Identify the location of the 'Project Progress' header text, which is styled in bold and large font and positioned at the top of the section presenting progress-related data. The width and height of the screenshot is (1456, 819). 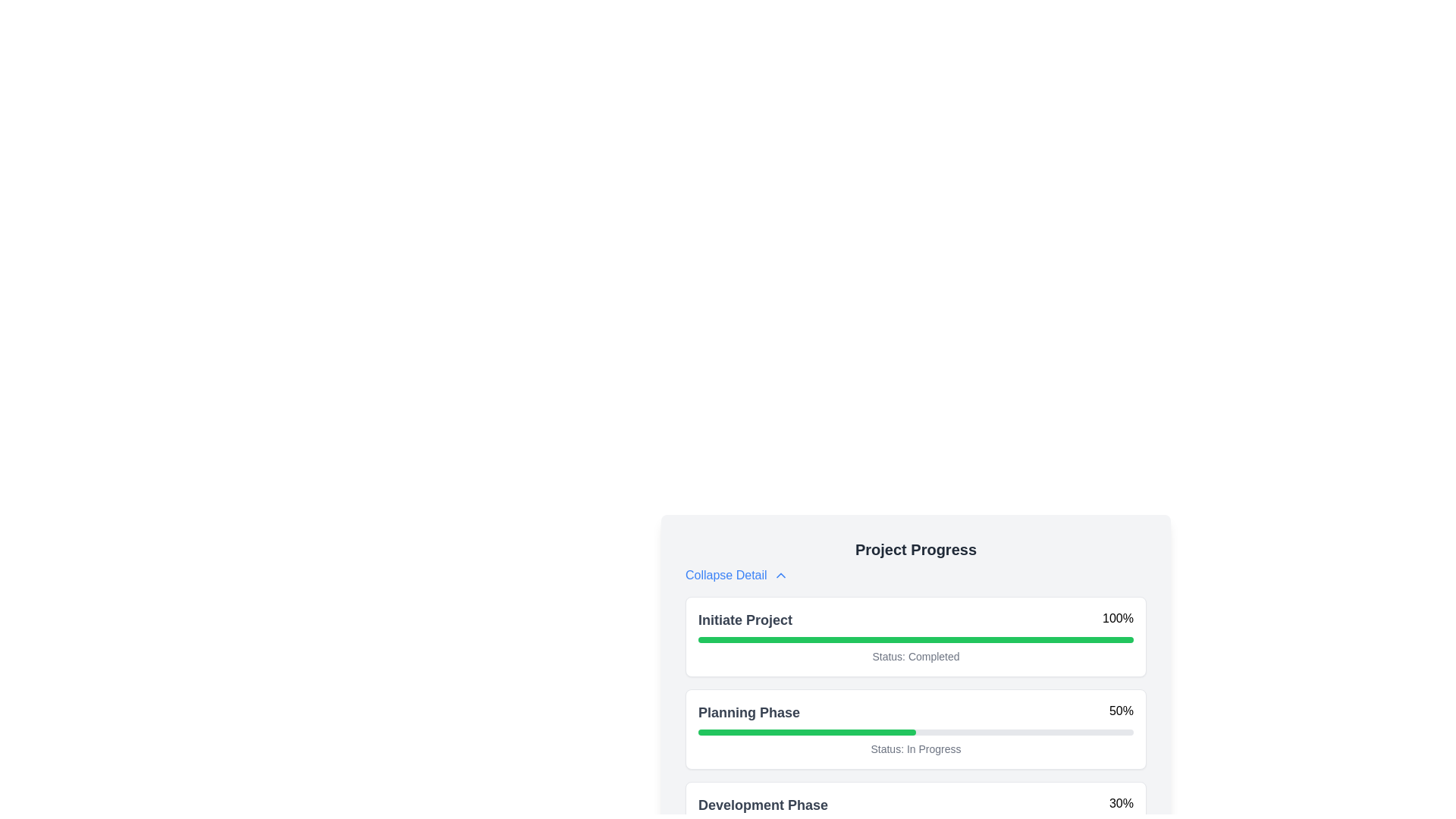
(915, 550).